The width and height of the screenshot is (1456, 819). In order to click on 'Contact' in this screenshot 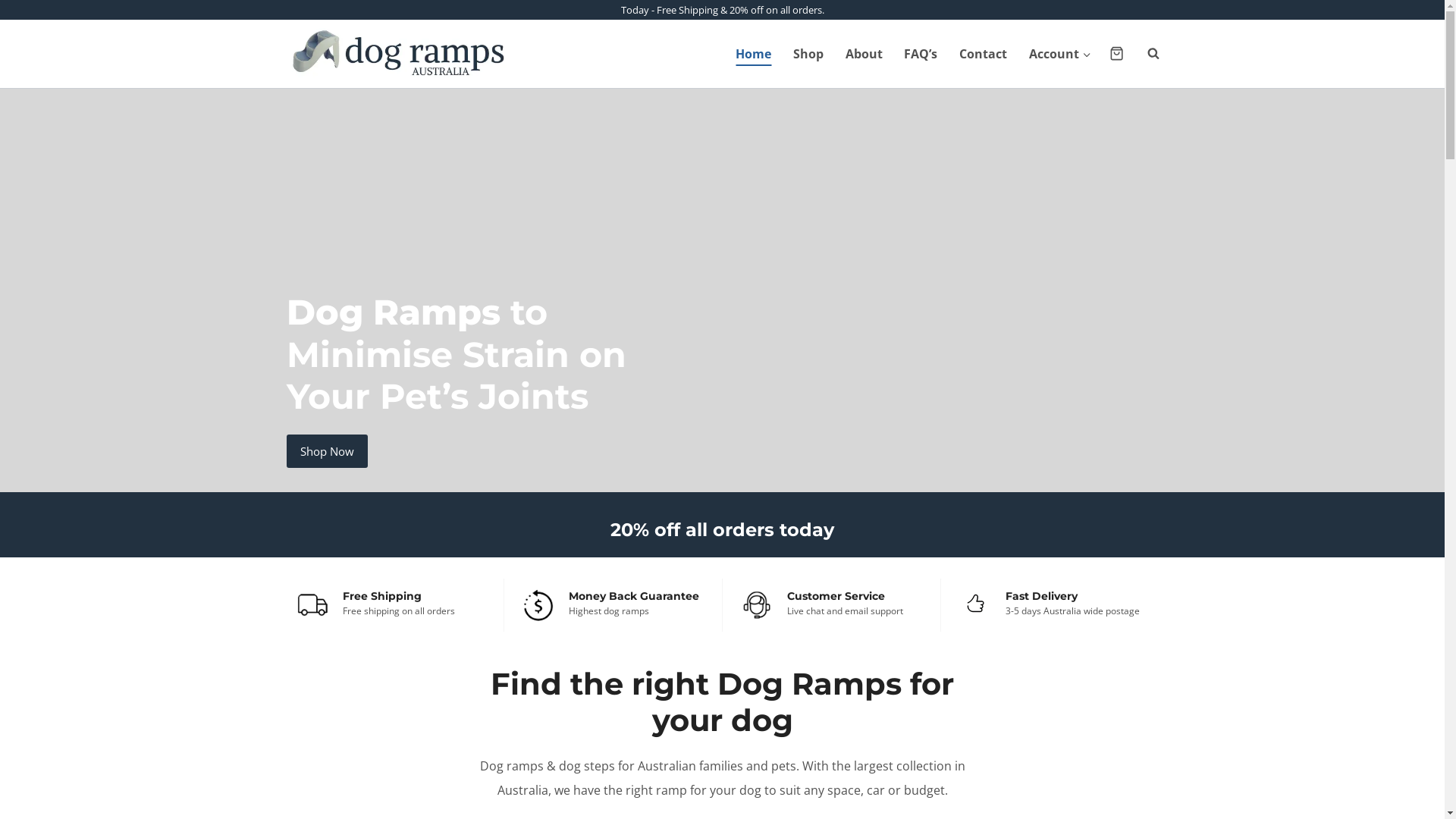, I will do `click(983, 52)`.